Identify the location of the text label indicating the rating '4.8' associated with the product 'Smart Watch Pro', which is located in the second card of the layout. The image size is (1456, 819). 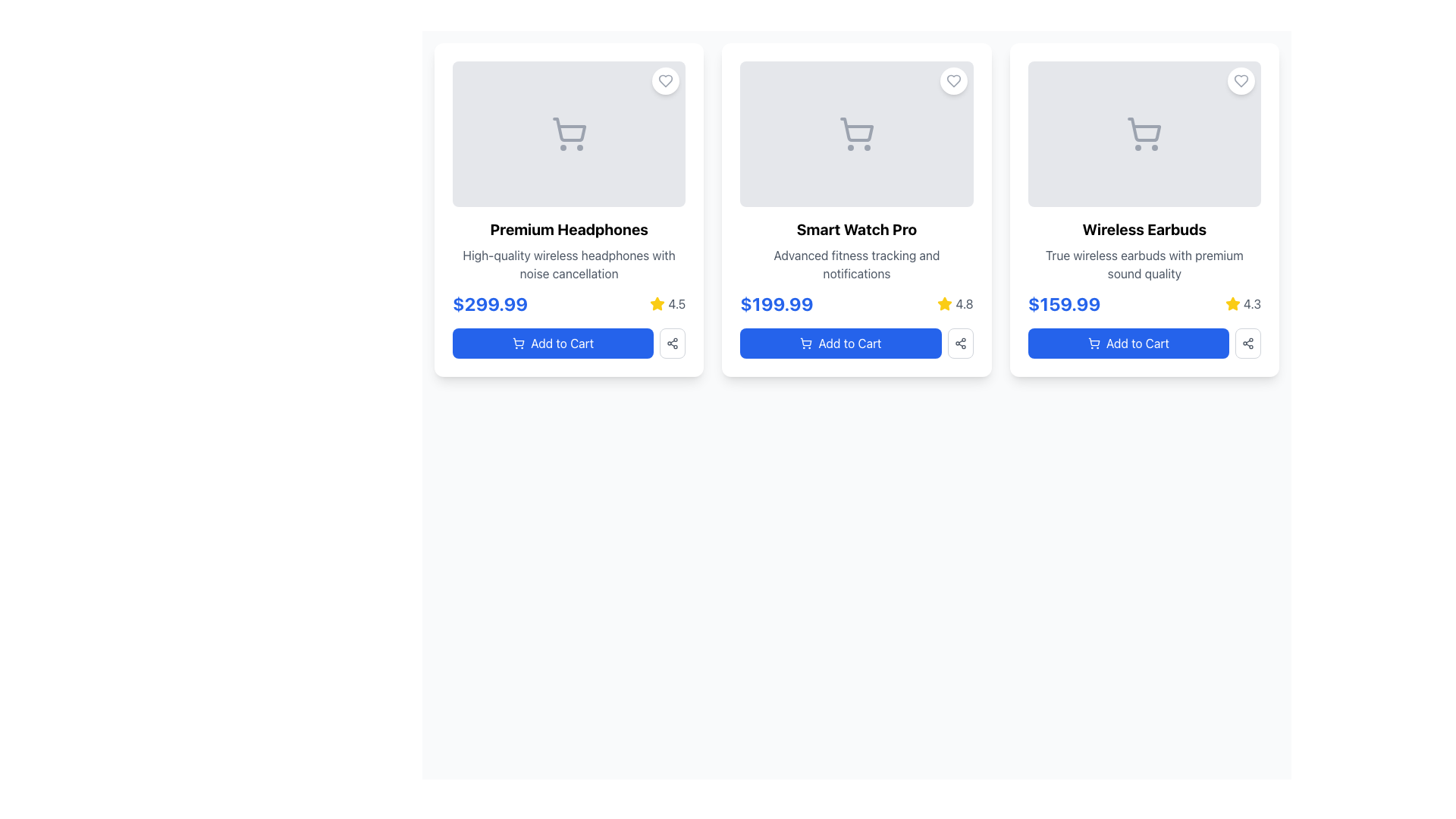
(964, 304).